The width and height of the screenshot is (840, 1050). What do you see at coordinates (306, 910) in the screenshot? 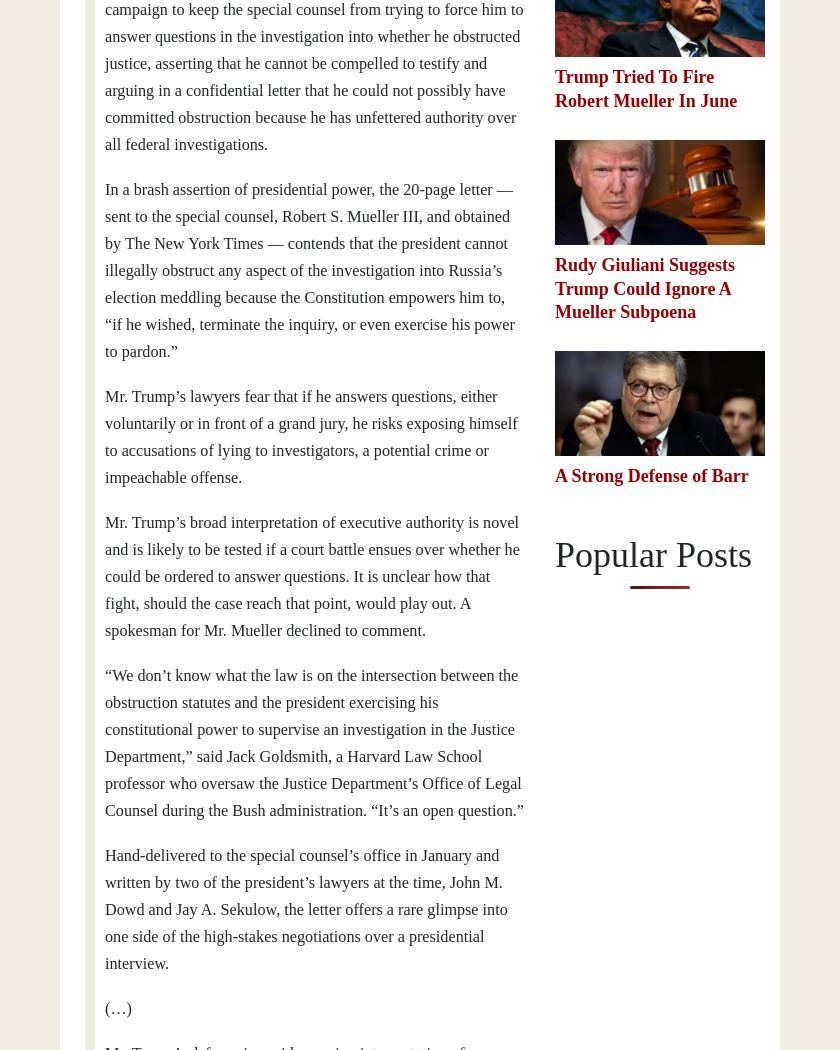
I see `'Hand-delivered to the special counsel’s office in January and written by two of the president’s lawyers at the time, John M. Dowd and Jay A. Sekulow, the letter offers a rare glimpse into one side of the high-stakes negotiations over a presidential interview.'` at bounding box center [306, 910].